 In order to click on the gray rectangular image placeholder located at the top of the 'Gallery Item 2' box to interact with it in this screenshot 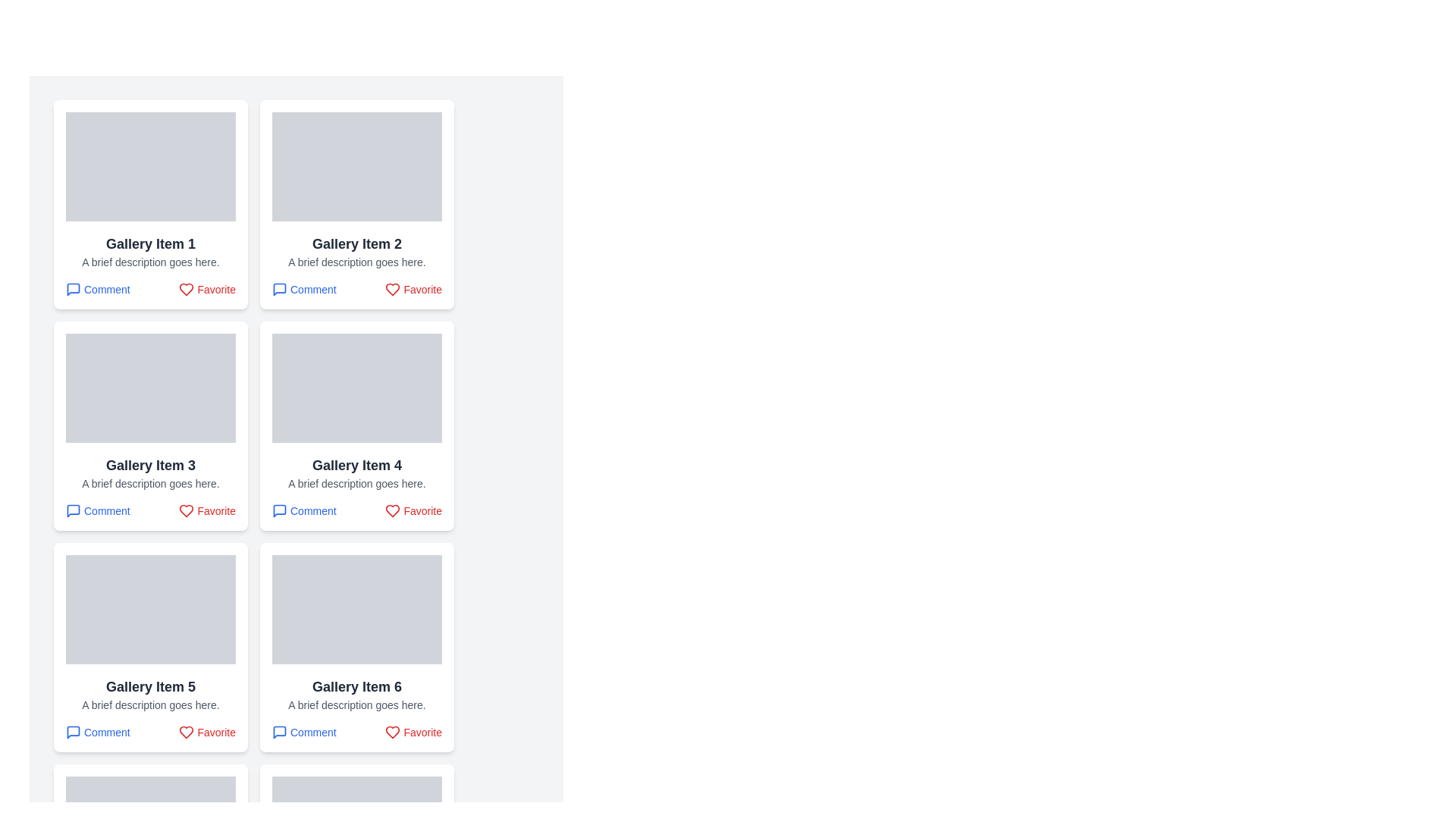, I will do `click(356, 166)`.